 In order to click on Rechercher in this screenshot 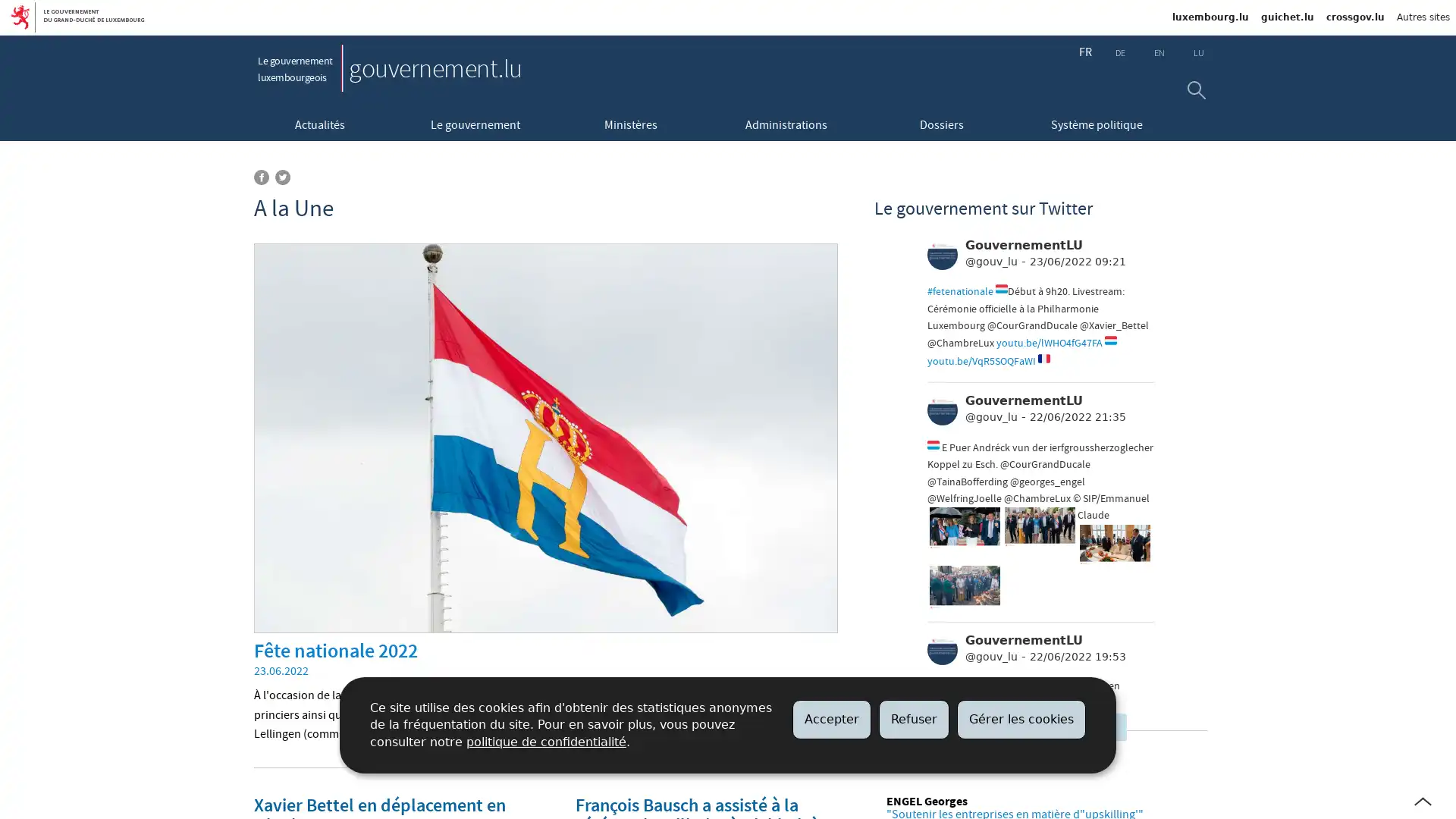, I will do `click(1196, 91)`.